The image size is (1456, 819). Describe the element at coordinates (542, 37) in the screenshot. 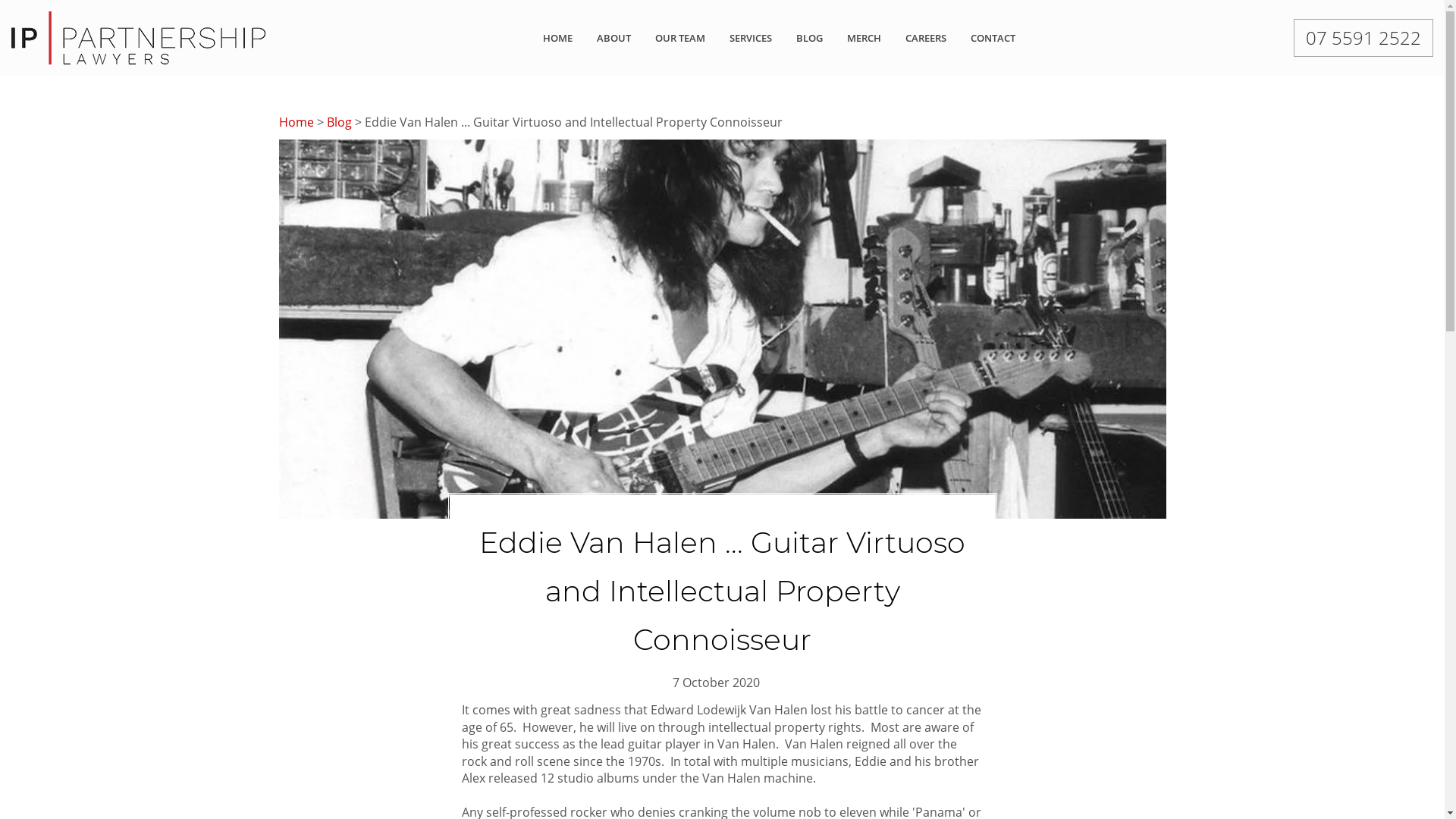

I see `'HOME'` at that location.